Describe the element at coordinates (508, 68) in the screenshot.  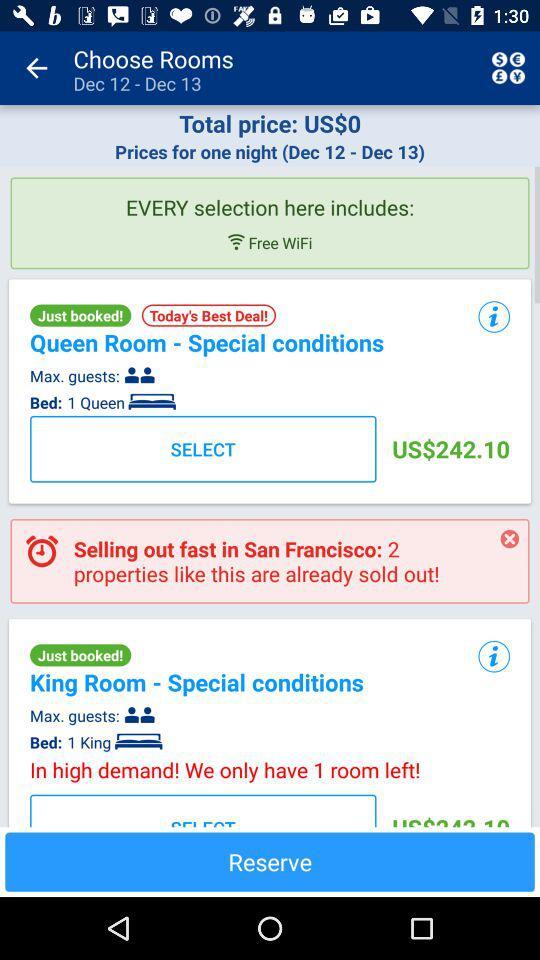
I see `app above the total price us item` at that location.